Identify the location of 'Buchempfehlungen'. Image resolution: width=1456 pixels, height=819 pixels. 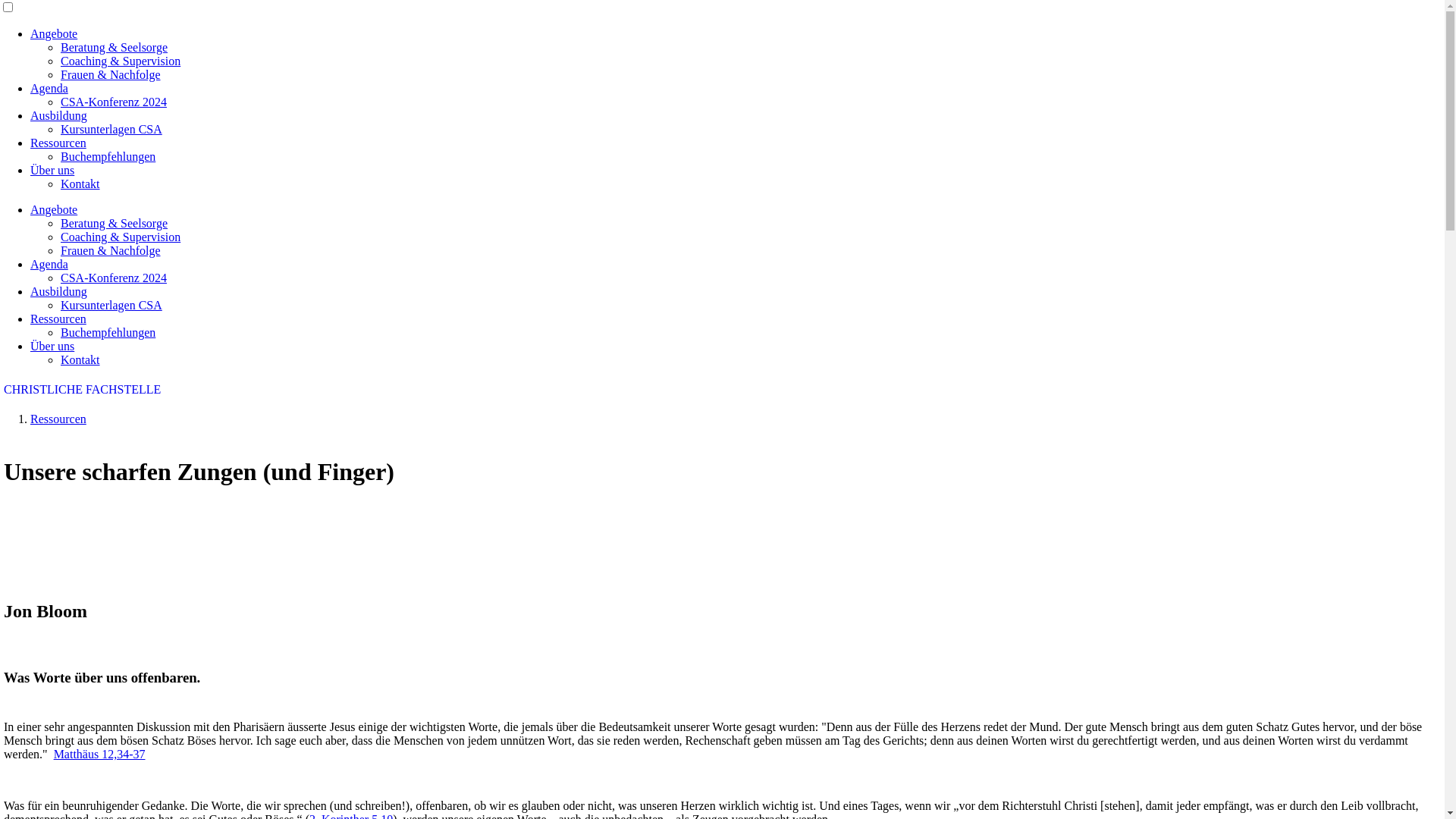
(107, 331).